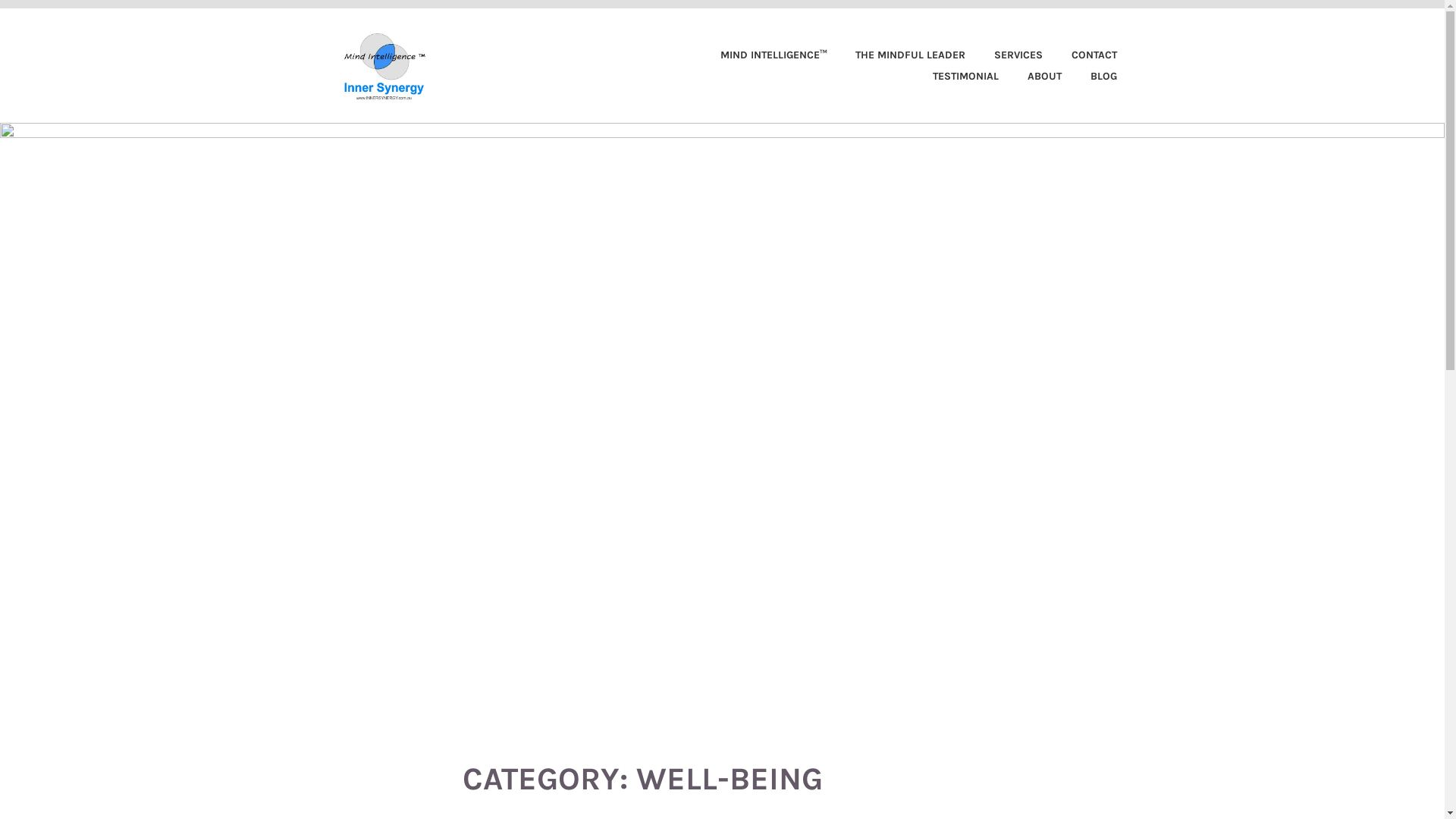  I want to click on 'ABOUT', so click(1031, 76).